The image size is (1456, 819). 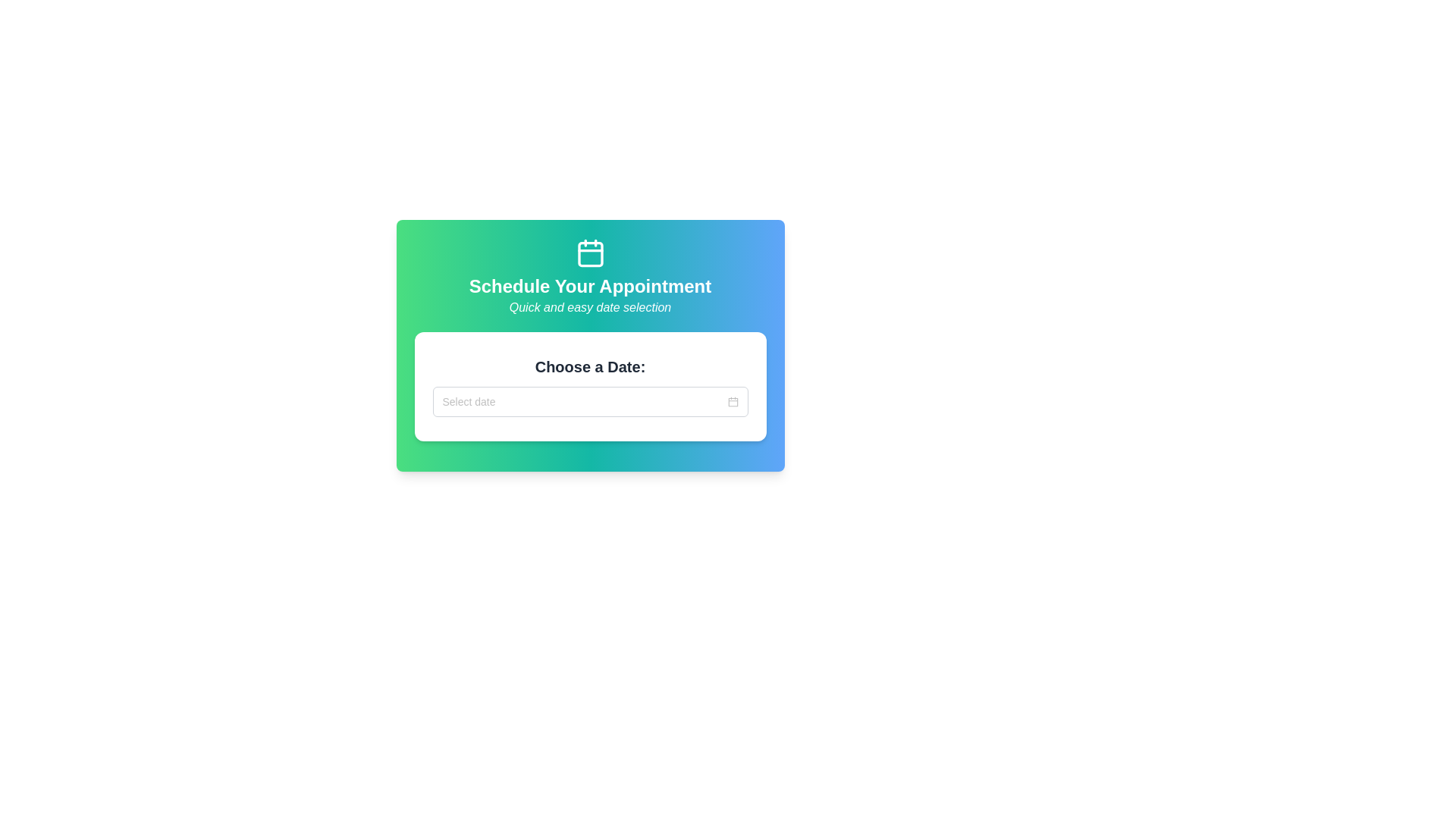 I want to click on the text label displaying 'Quick and easy date selection' that is positioned below the heading 'Schedule Your Appointment', so click(x=589, y=307).